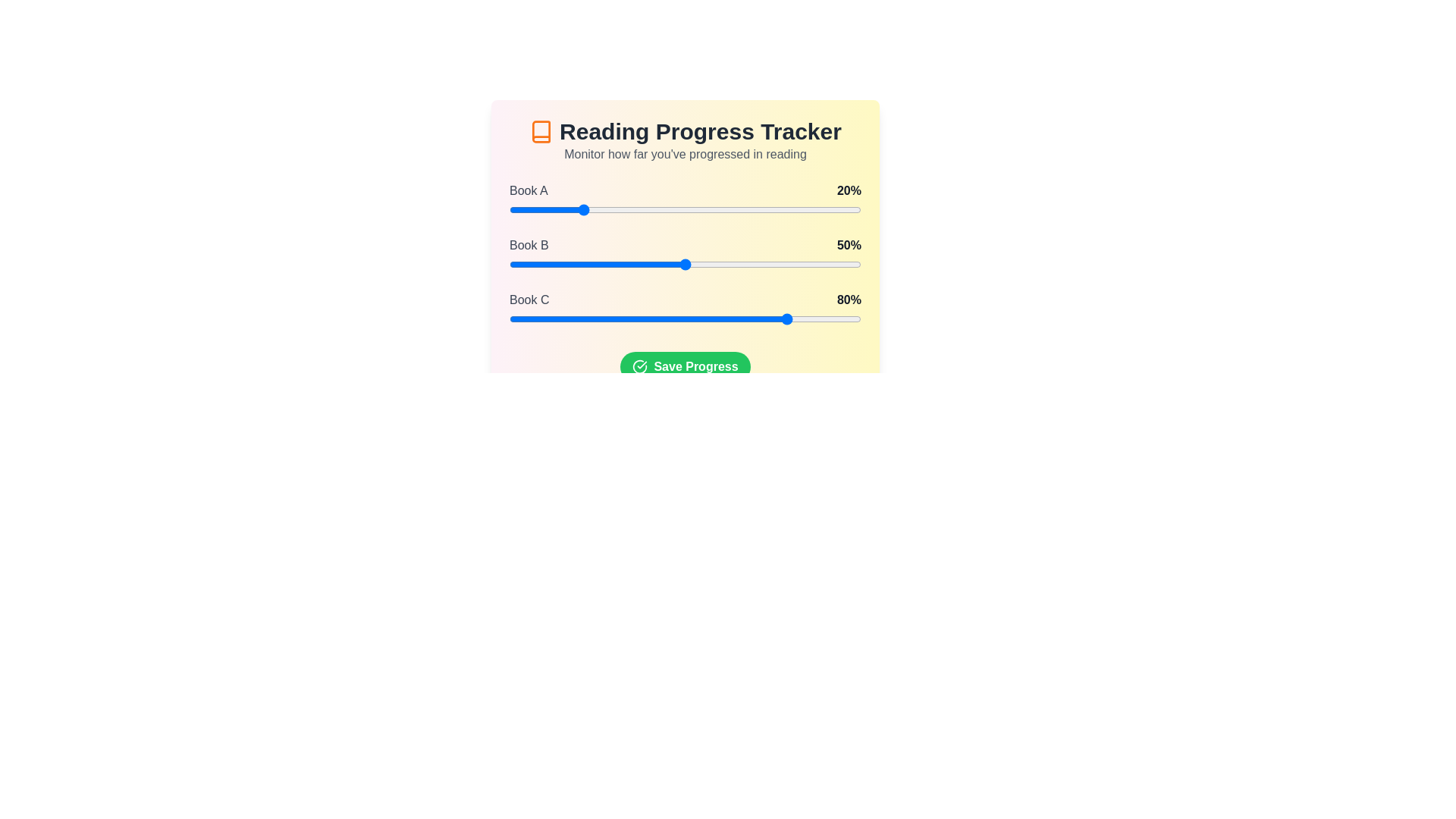  I want to click on the 'Save Progress' button to save the current state of the progress, so click(684, 366).